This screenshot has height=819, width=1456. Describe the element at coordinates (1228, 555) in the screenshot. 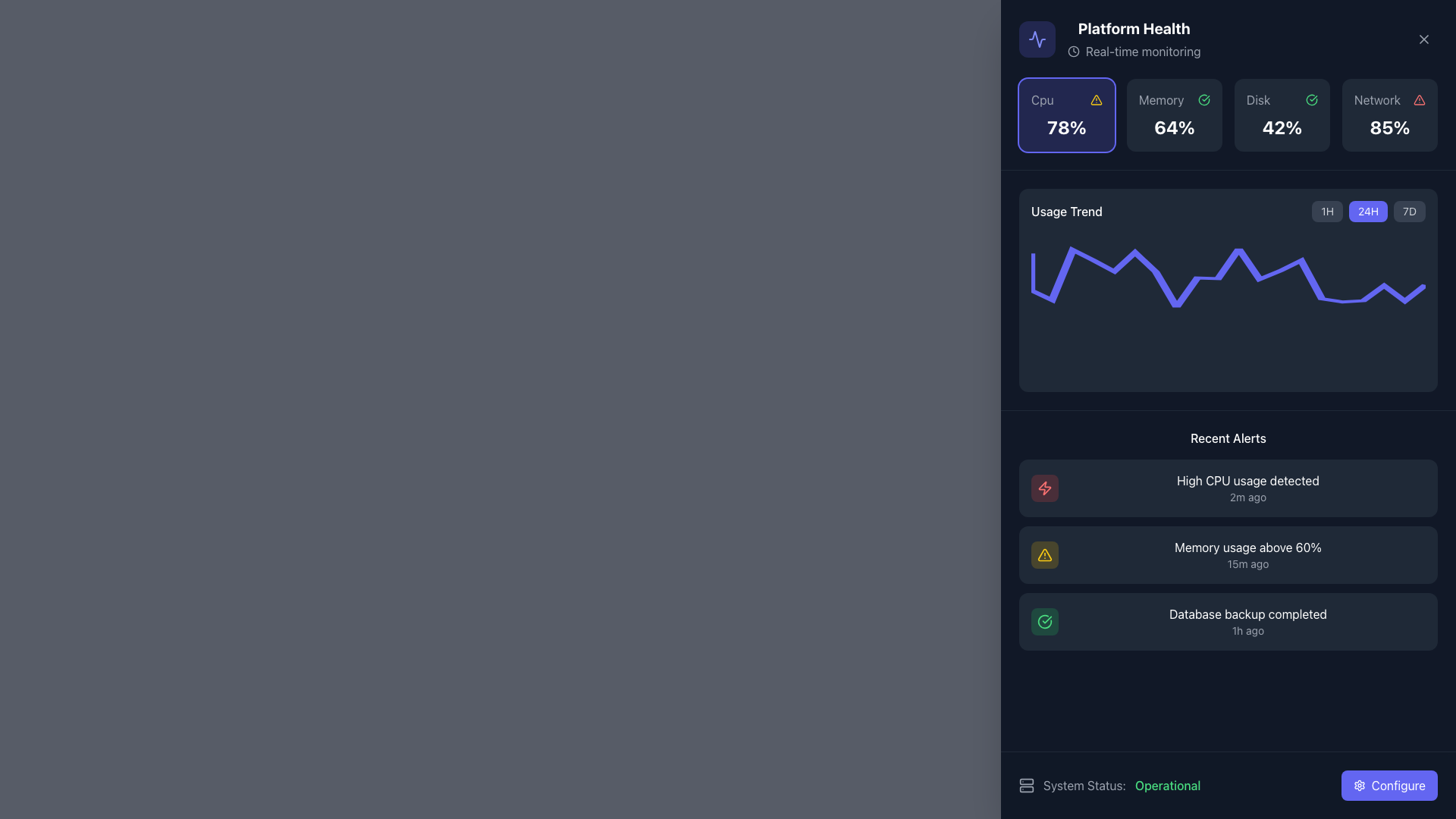

I see `the second list item in the notification feed that summarizes an alert about memory usage exceeding 60%, located in the 'Recent Alerts' section` at that location.